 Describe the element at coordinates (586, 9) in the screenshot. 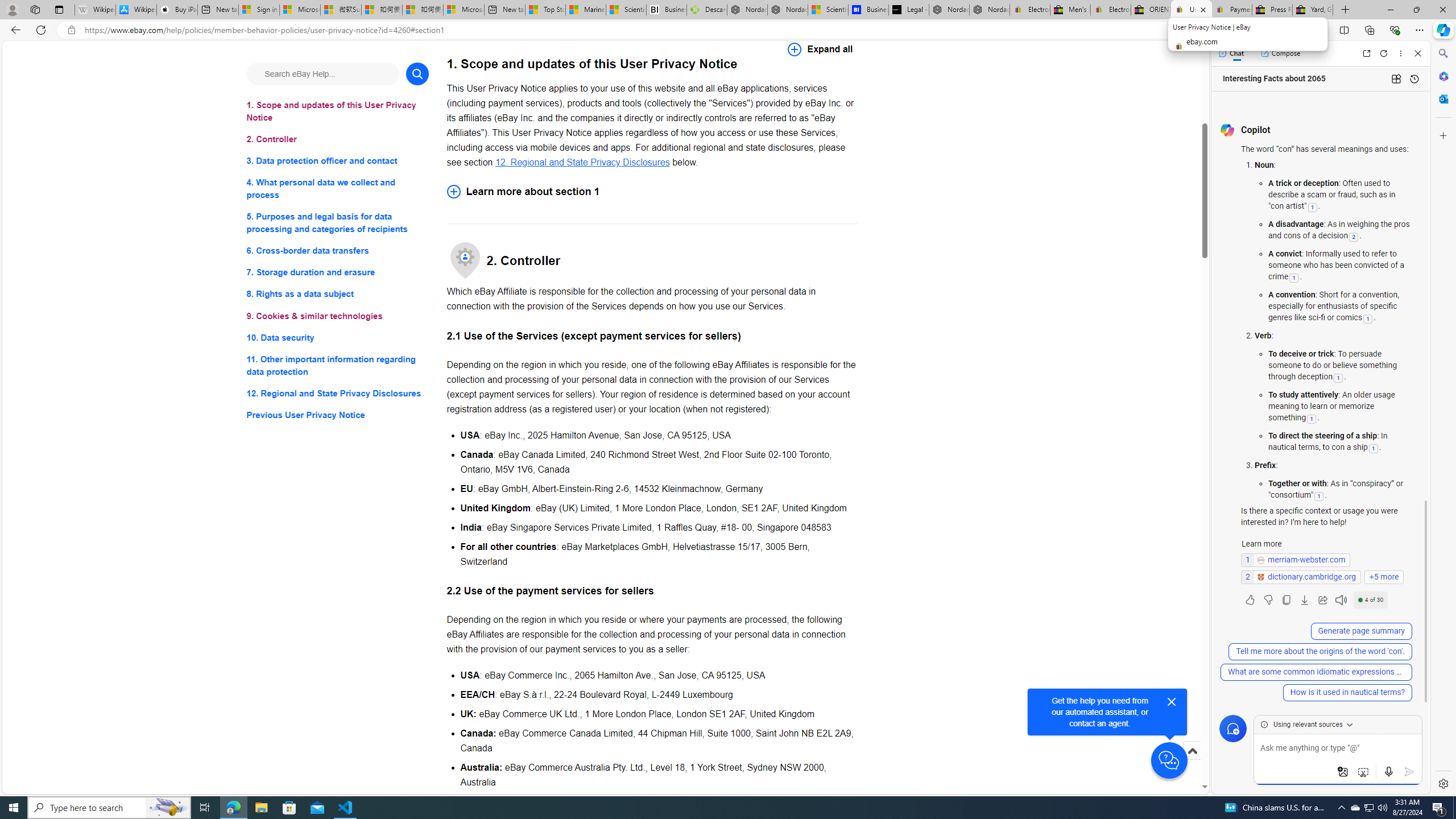

I see `'Marine life - MSN'` at that location.